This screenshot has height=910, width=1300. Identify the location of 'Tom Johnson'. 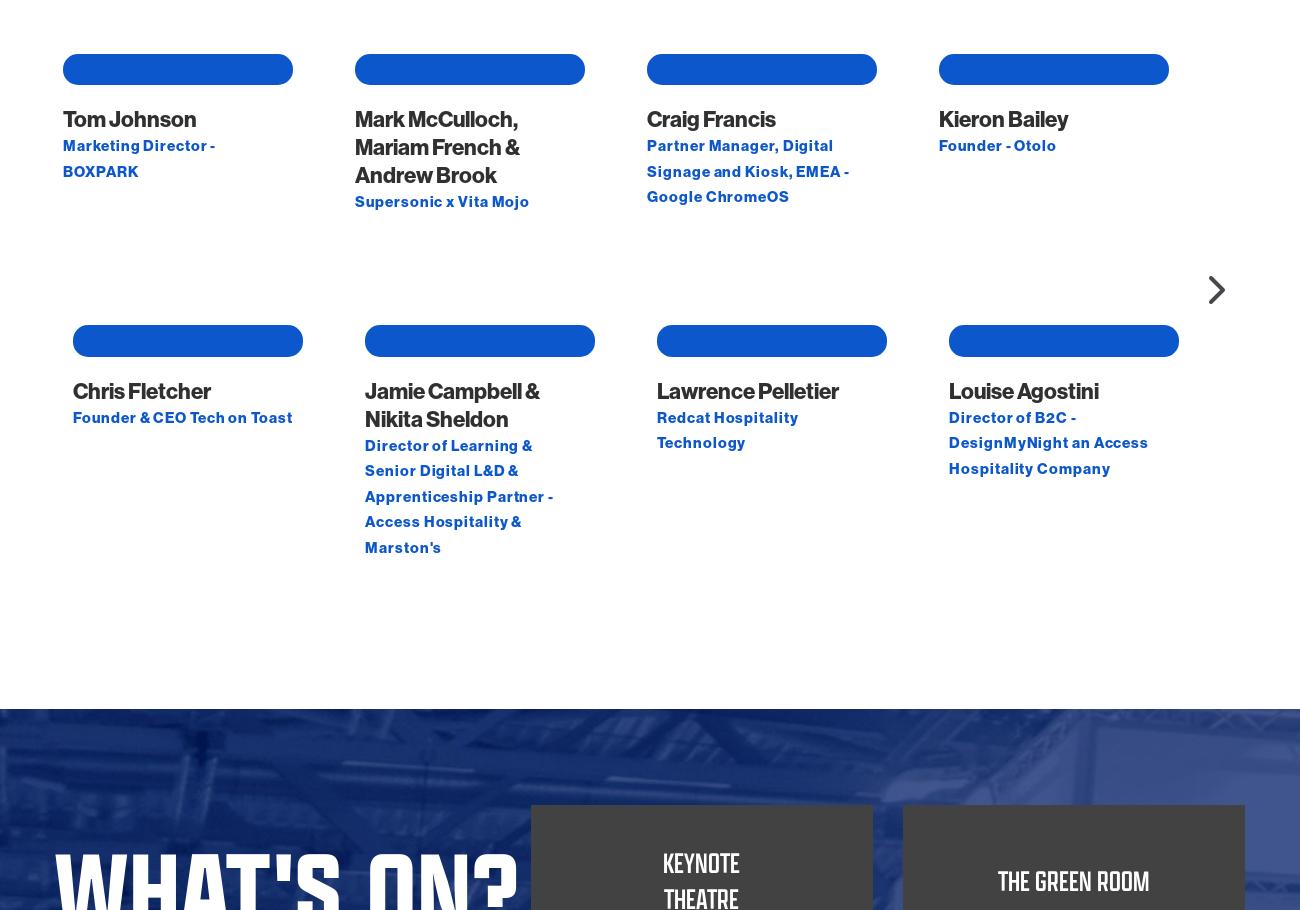
(129, 317).